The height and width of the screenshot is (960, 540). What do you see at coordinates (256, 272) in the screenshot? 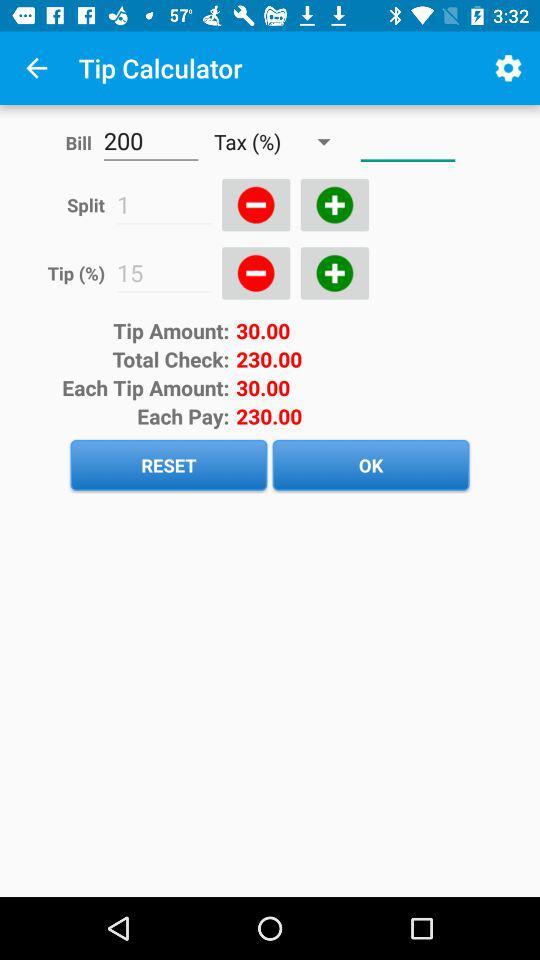
I see `zoom` at bounding box center [256, 272].